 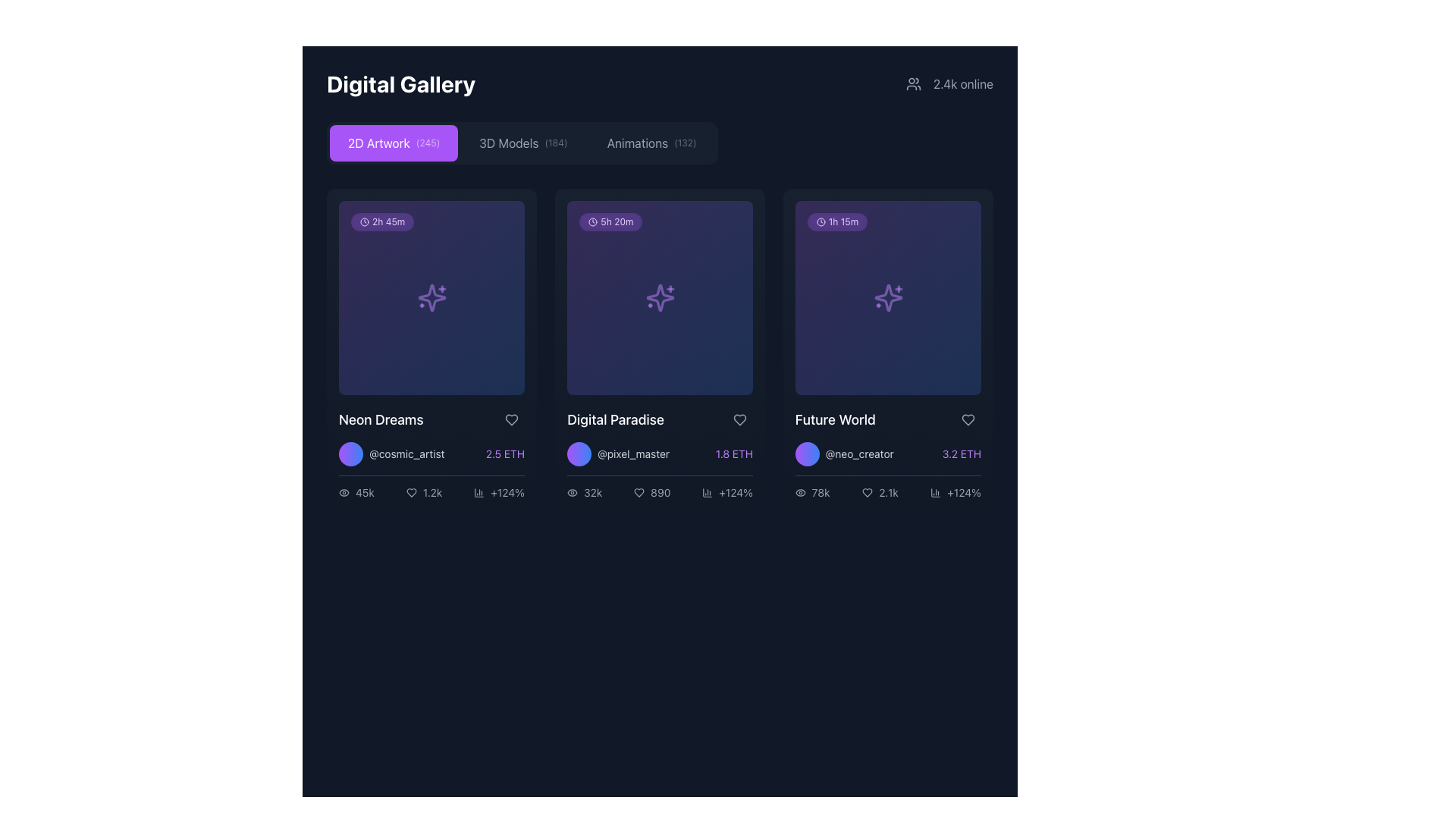 I want to click on the heart icon to favorite the item associated with the 'Digital Paradise' listing, located slightly above the '1.8 ETH' price label on the third card in the gallery, so click(x=739, y=420).